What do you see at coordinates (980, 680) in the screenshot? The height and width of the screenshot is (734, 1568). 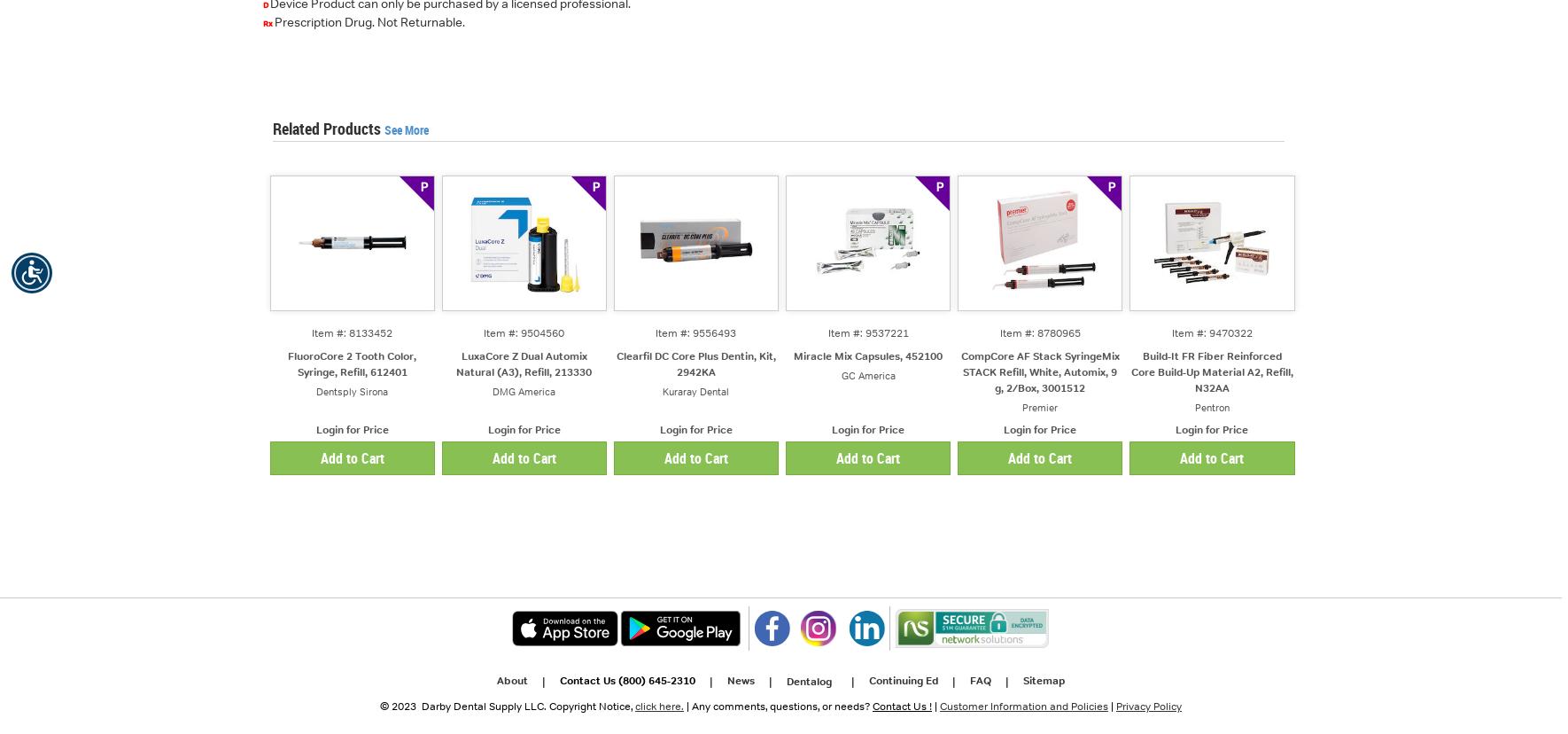 I see `'FAQ'` at bounding box center [980, 680].